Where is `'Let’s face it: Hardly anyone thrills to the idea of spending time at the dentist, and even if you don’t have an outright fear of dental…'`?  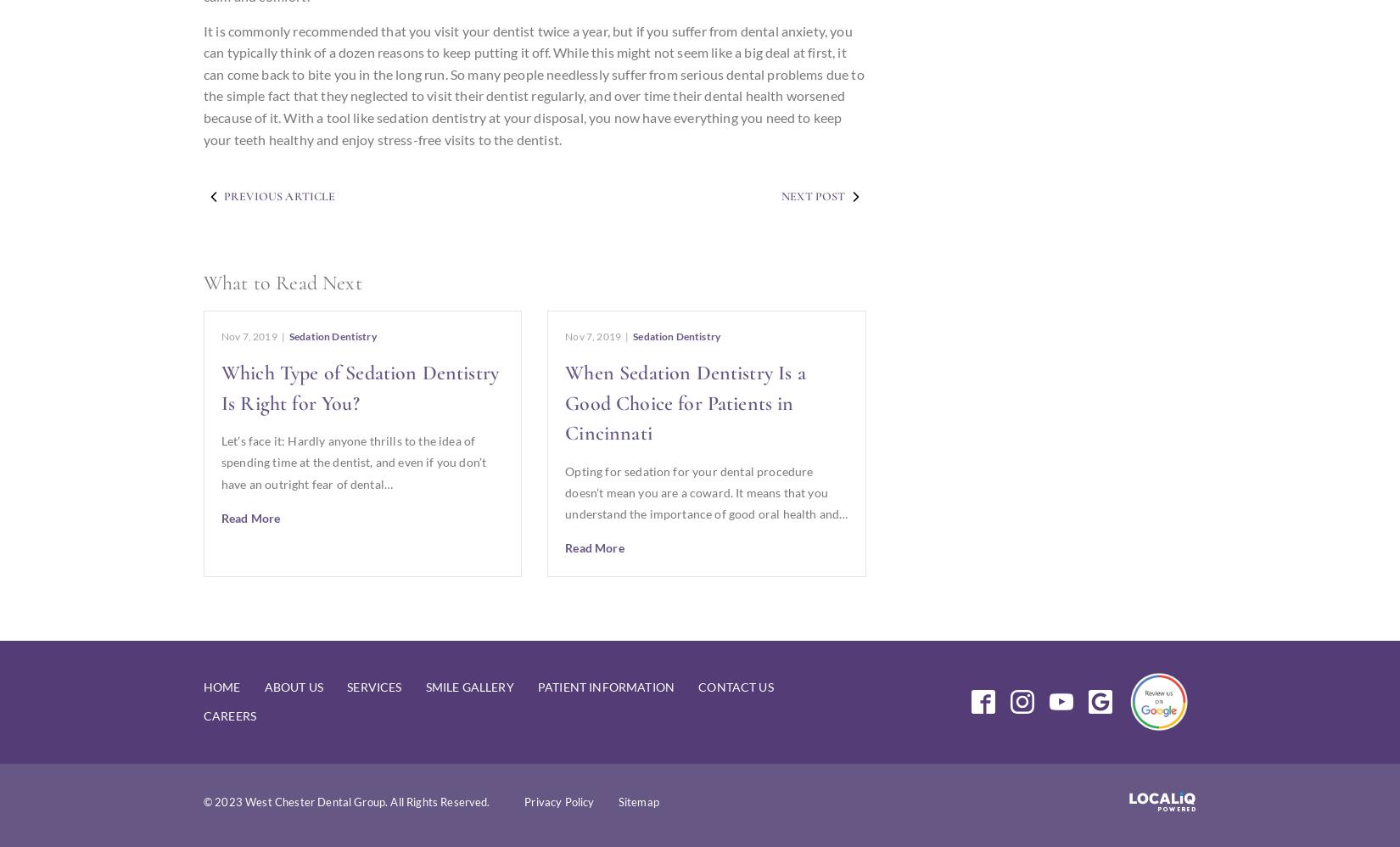 'Let’s face it: Hardly anyone thrills to the idea of spending time at the dentist, and even if you don’t have an outright fear of dental…' is located at coordinates (352, 462).